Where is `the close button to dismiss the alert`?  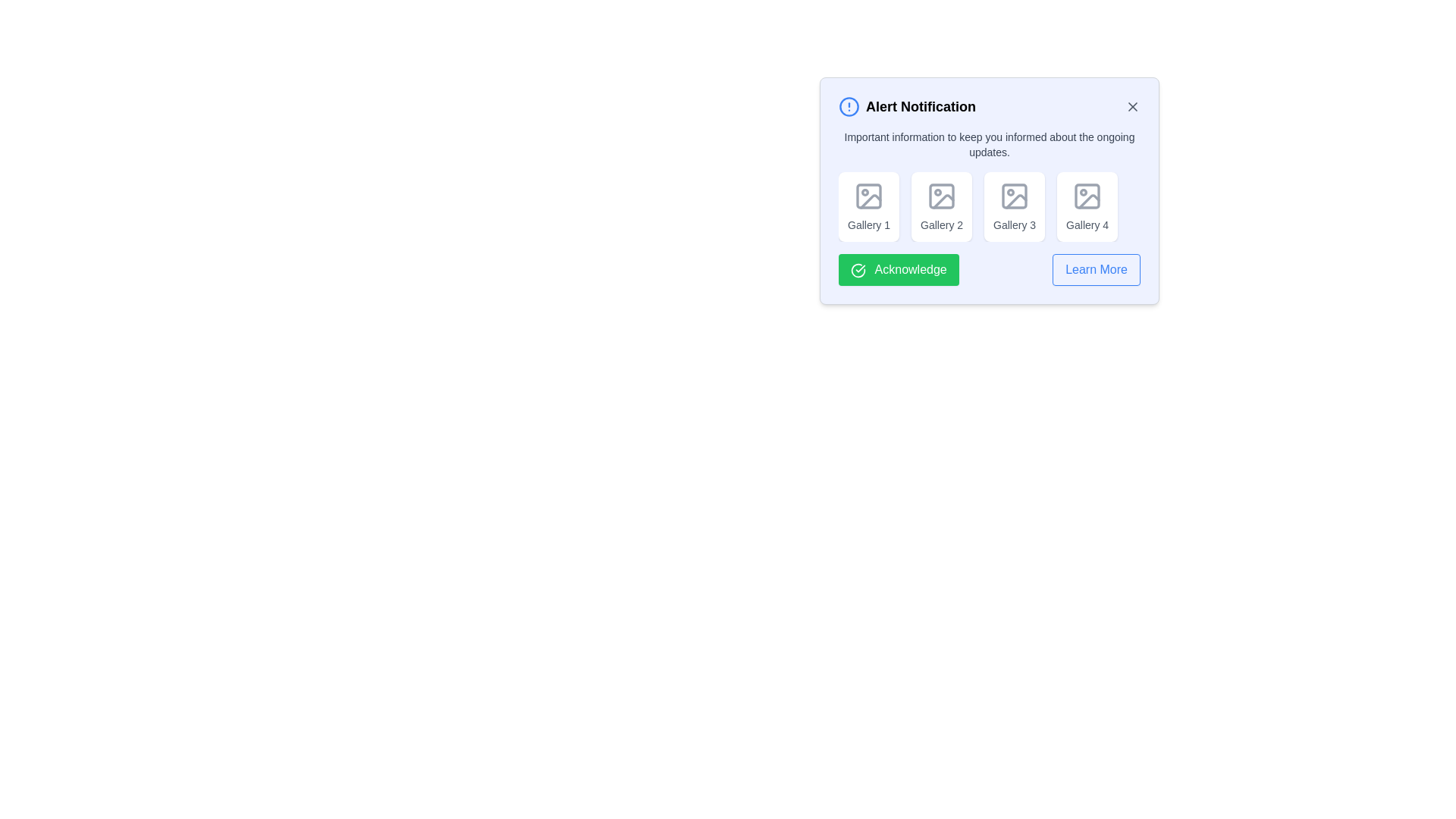
the close button to dismiss the alert is located at coordinates (1132, 106).